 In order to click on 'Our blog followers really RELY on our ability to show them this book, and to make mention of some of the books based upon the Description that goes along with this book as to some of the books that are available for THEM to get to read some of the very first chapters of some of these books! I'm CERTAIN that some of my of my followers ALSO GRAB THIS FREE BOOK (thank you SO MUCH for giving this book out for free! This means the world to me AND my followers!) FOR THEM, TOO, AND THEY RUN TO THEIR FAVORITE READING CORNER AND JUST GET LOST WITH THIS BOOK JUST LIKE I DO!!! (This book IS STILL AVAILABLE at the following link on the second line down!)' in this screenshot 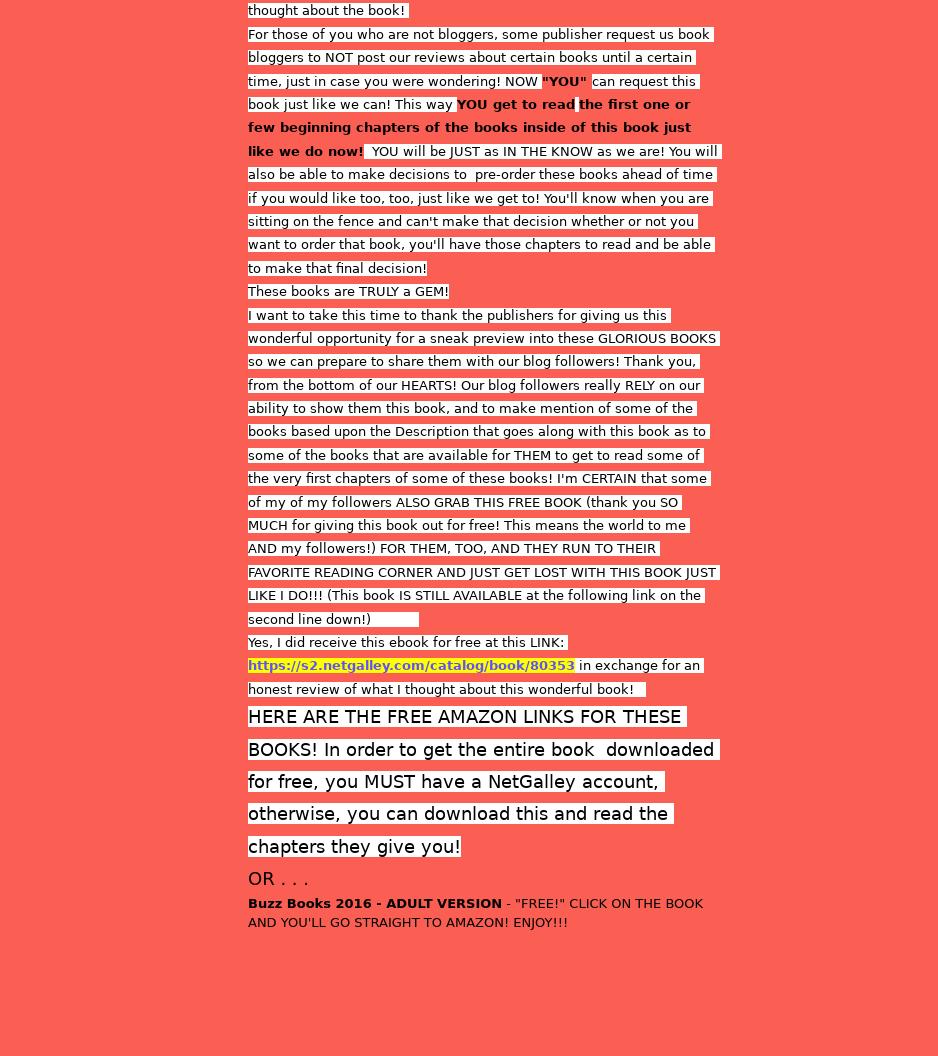, I will do `click(247, 500)`.